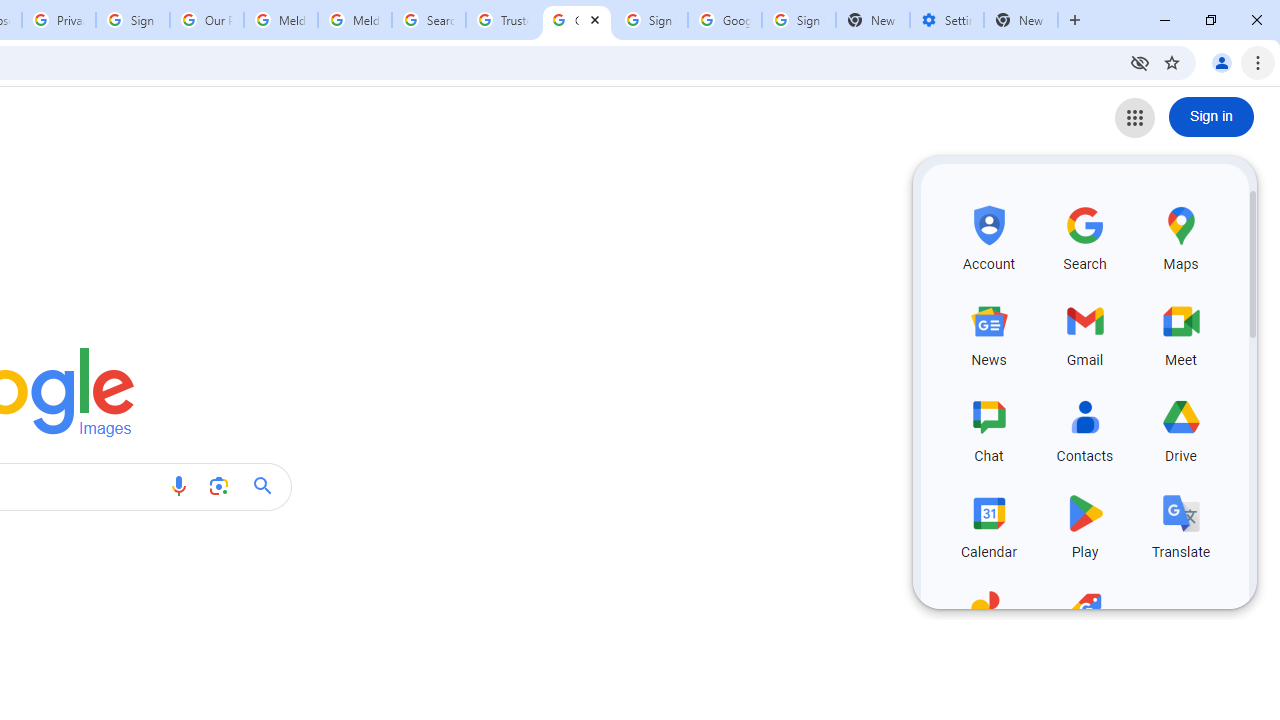 The height and width of the screenshot is (720, 1280). I want to click on 'Account, row 1 of 5 and column 1 of 3 in the first section', so click(988, 234).